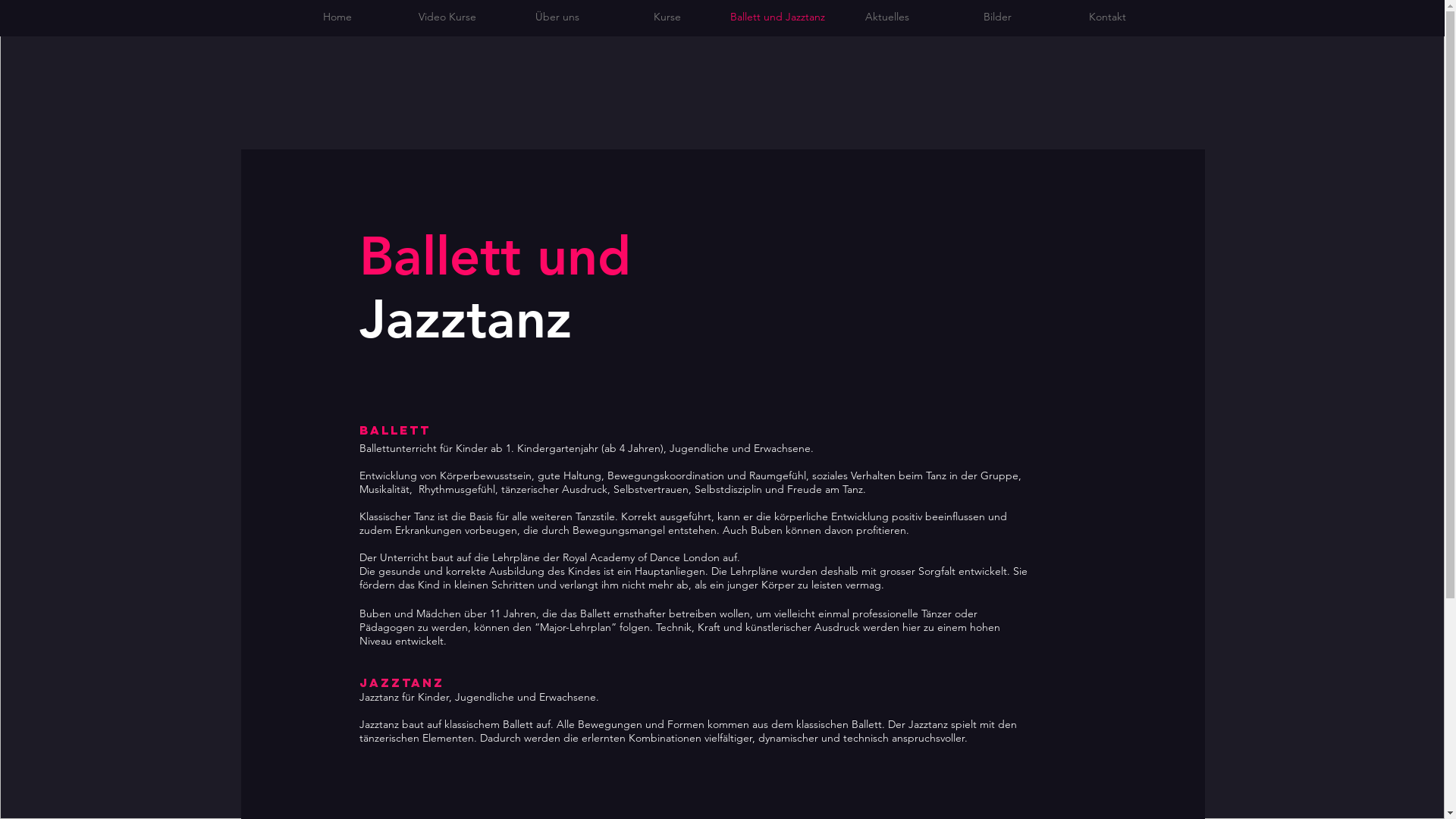  I want to click on 'Kurse', so click(667, 17).